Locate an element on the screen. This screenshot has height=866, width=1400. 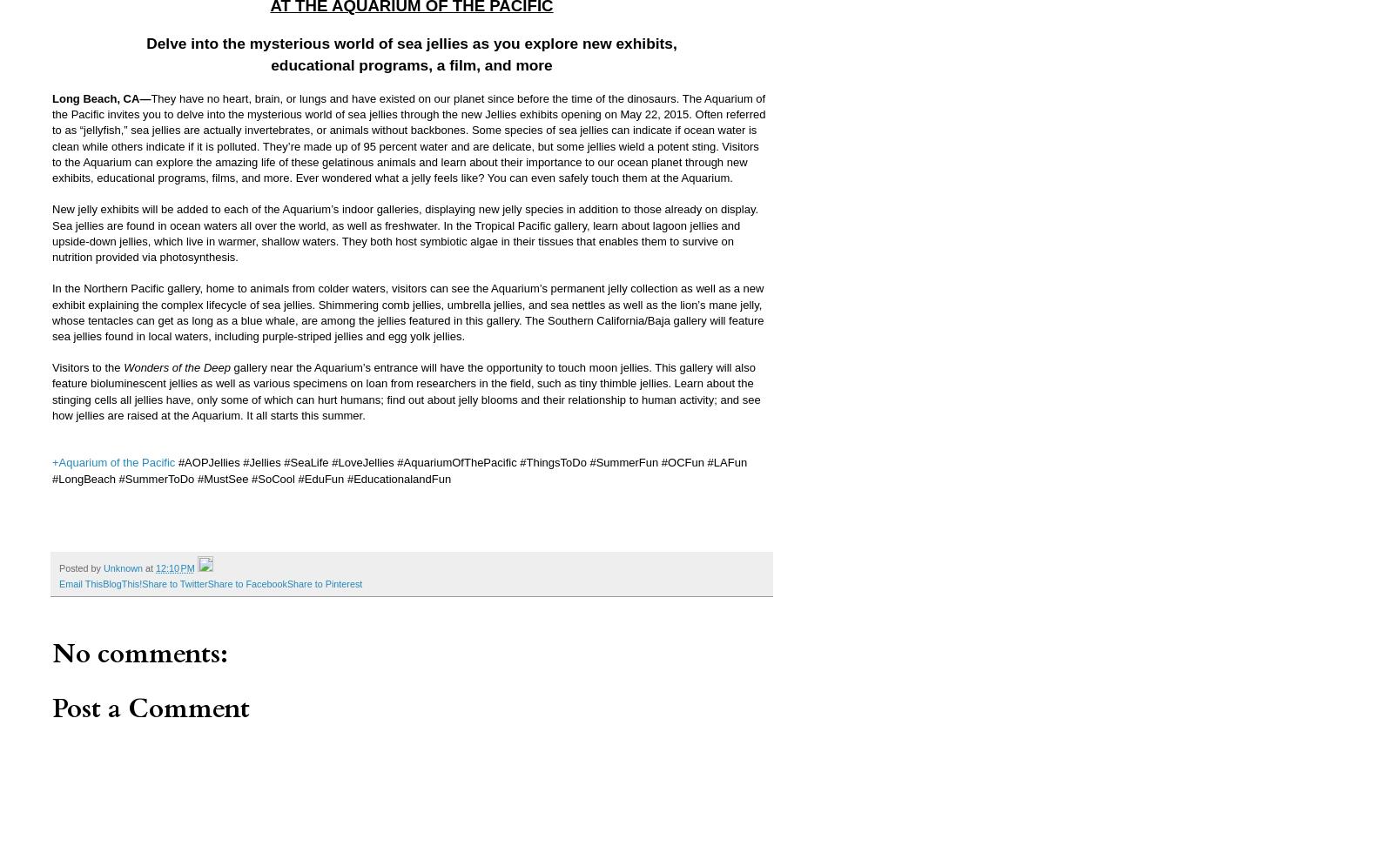
'at' is located at coordinates (150, 567).